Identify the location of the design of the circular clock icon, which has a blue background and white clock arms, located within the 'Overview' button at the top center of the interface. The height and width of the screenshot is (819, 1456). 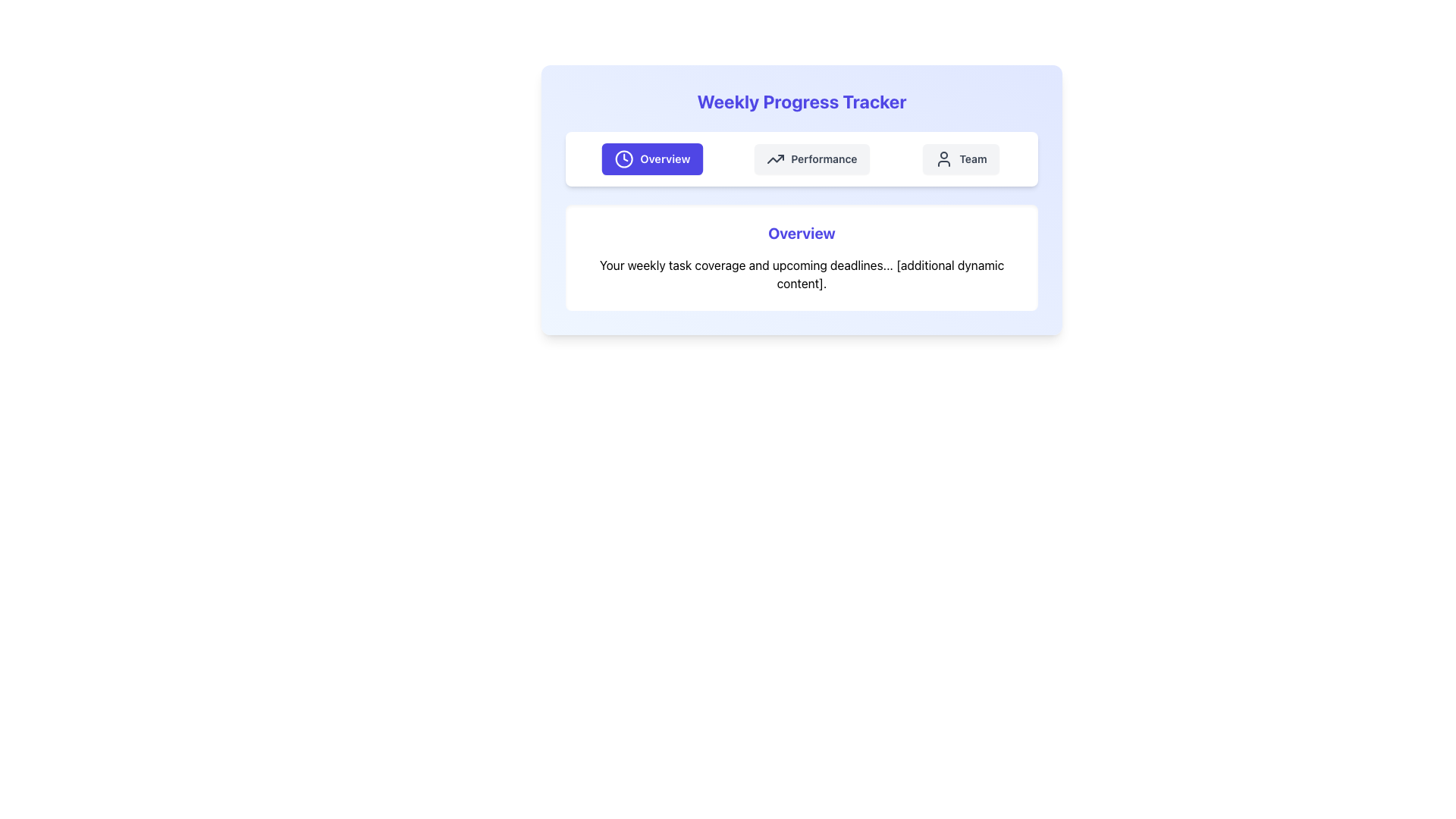
(624, 158).